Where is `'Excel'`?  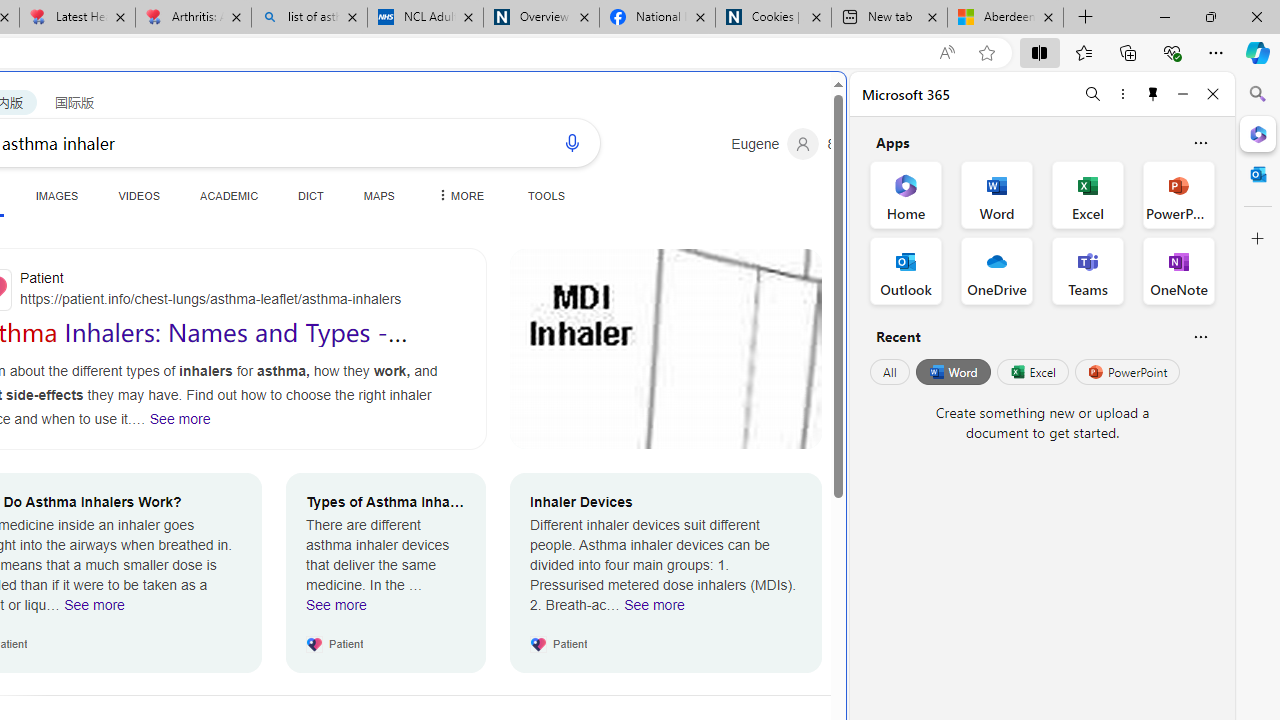 'Excel' is located at coordinates (1032, 372).